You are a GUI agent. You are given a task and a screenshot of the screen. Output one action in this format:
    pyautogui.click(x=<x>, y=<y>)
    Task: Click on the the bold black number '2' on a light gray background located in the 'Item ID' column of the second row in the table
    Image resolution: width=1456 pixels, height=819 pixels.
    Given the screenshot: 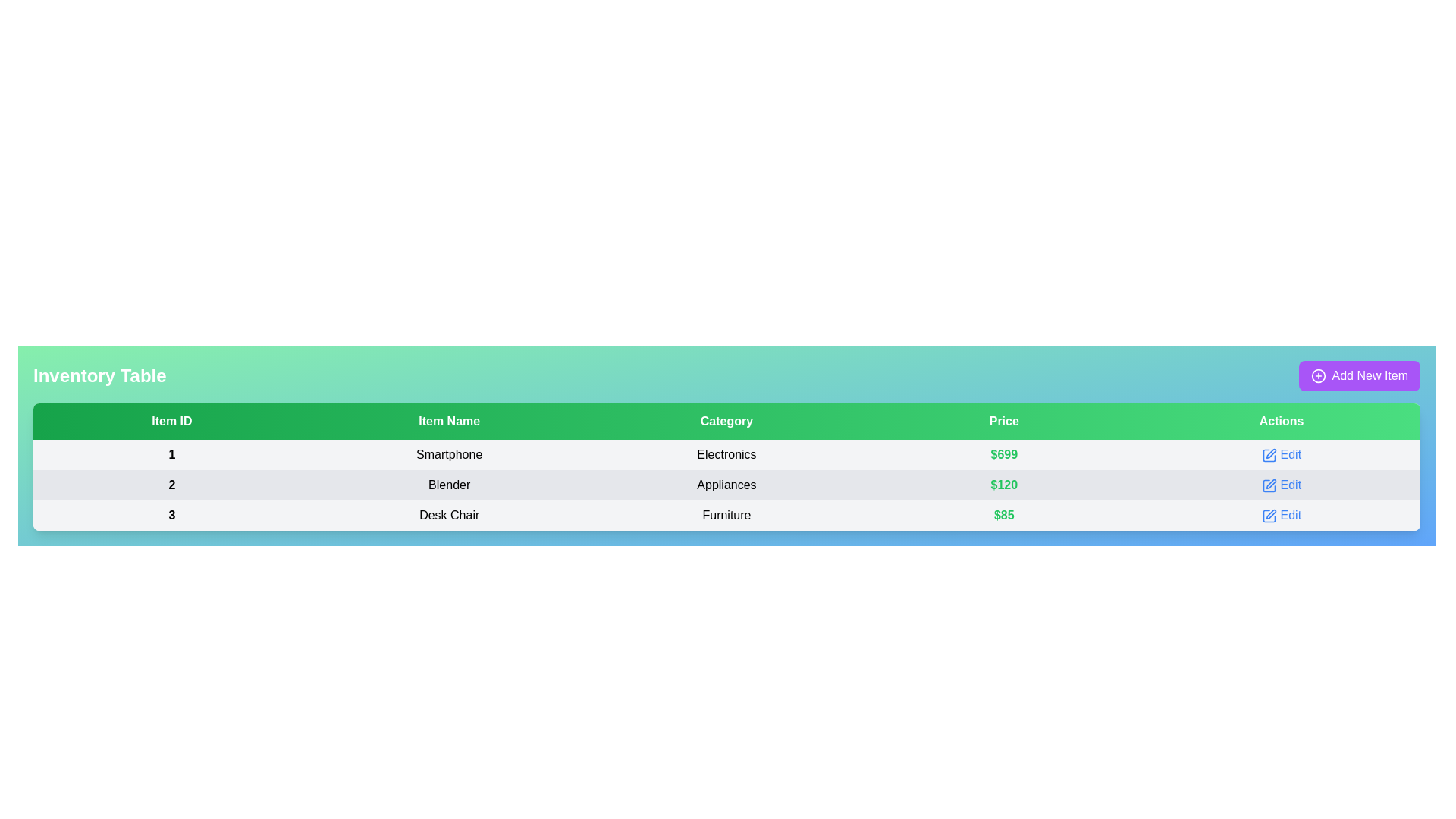 What is the action you would take?
    pyautogui.click(x=171, y=485)
    